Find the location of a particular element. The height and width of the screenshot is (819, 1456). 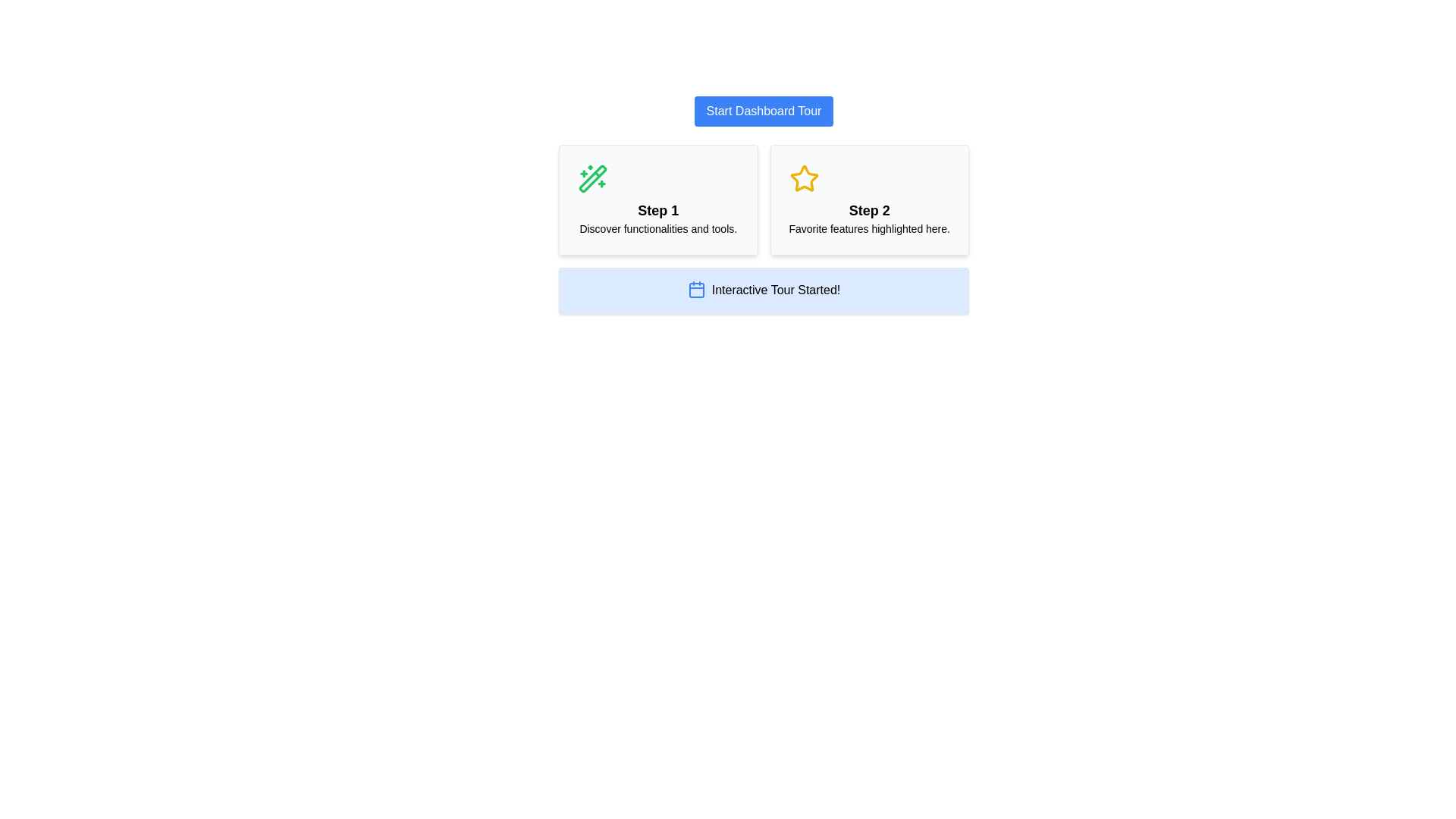

the blue rectangular button with rounded corners that contains the text 'Start Dashboard Tour' is located at coordinates (764, 110).